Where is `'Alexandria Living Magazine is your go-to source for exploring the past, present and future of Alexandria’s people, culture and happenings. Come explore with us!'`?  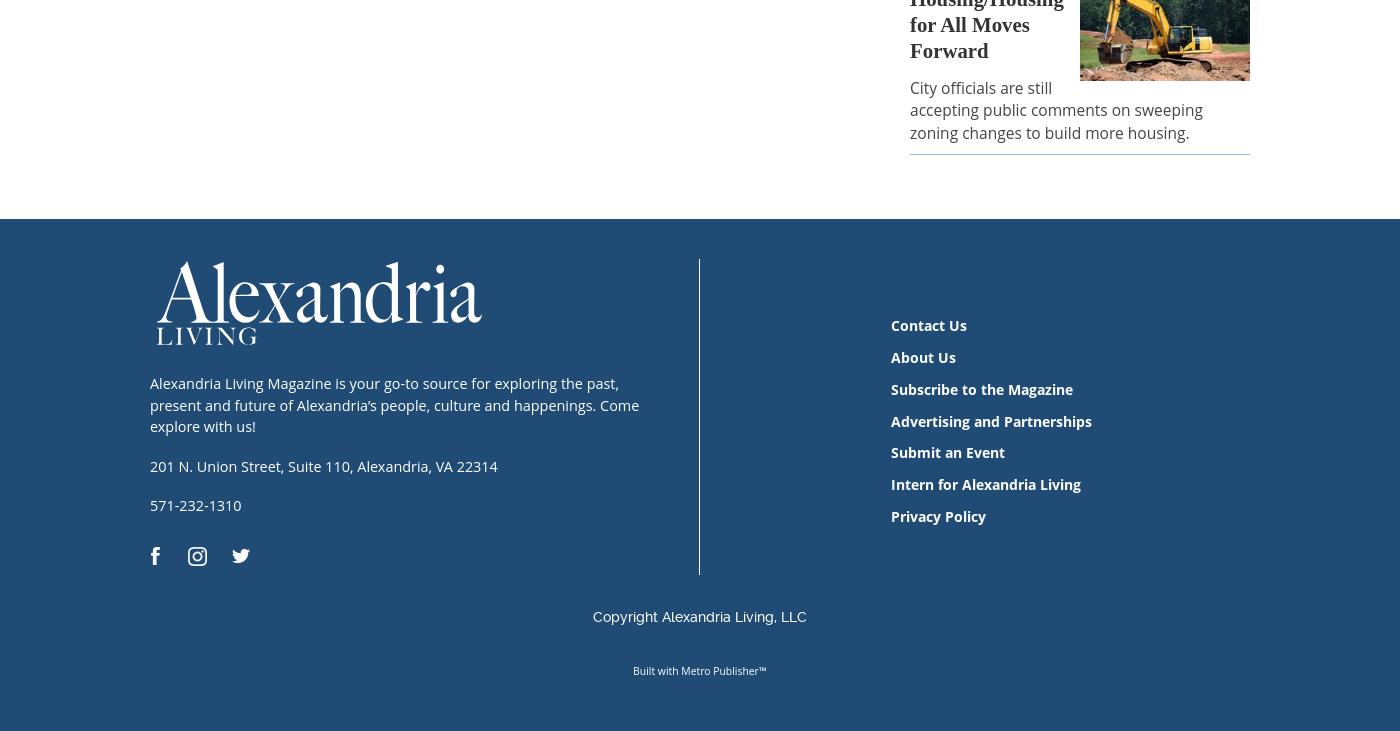 'Alexandria Living Magazine is your go-to source for exploring the past, present and future of Alexandria’s people, culture and happenings. Come explore with us!' is located at coordinates (394, 404).